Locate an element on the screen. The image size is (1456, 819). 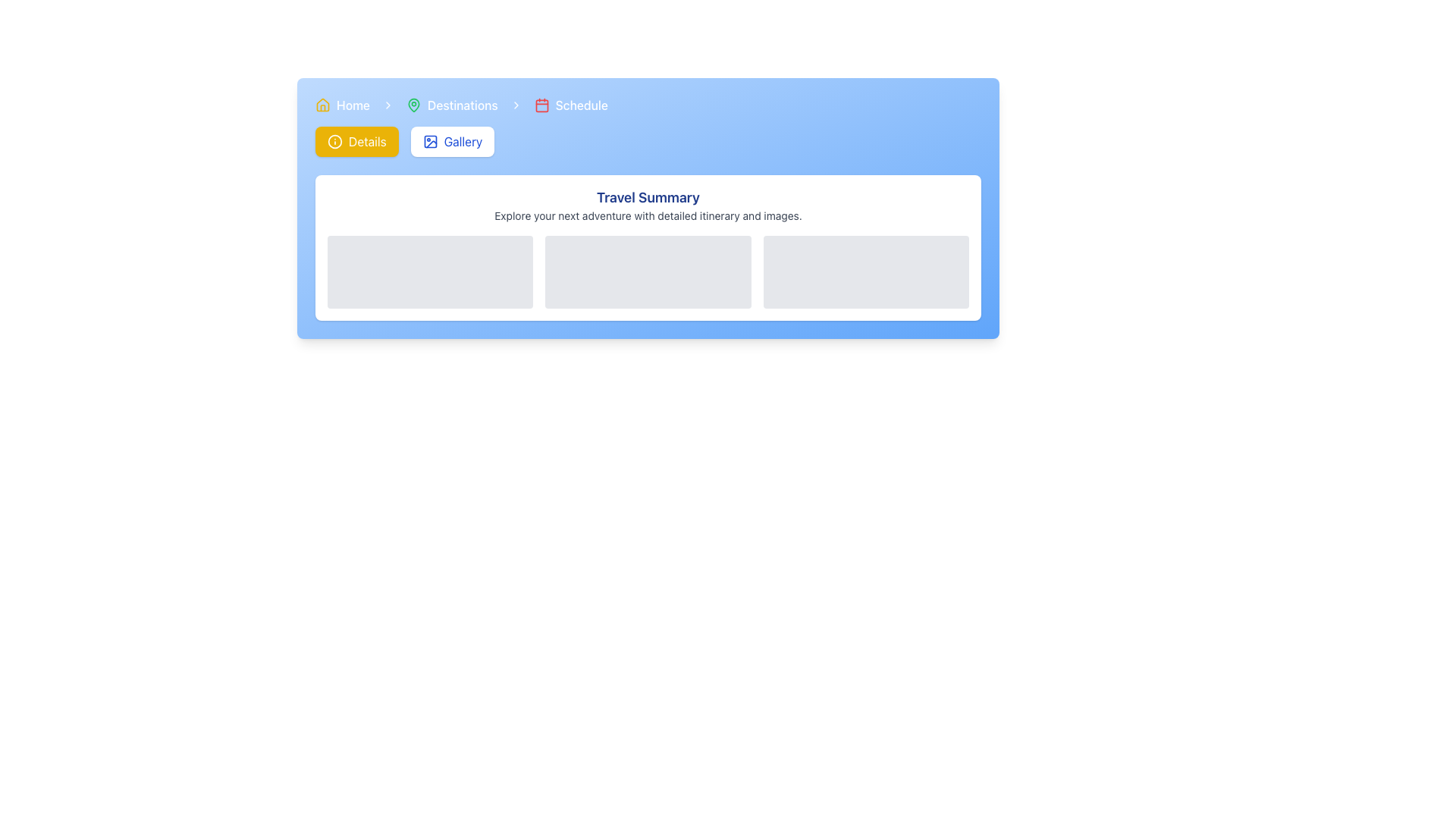
the light gray placeholder component with rounded corners, which is the third item in a row of three components within the 'Travel Summary' grid is located at coordinates (866, 271).